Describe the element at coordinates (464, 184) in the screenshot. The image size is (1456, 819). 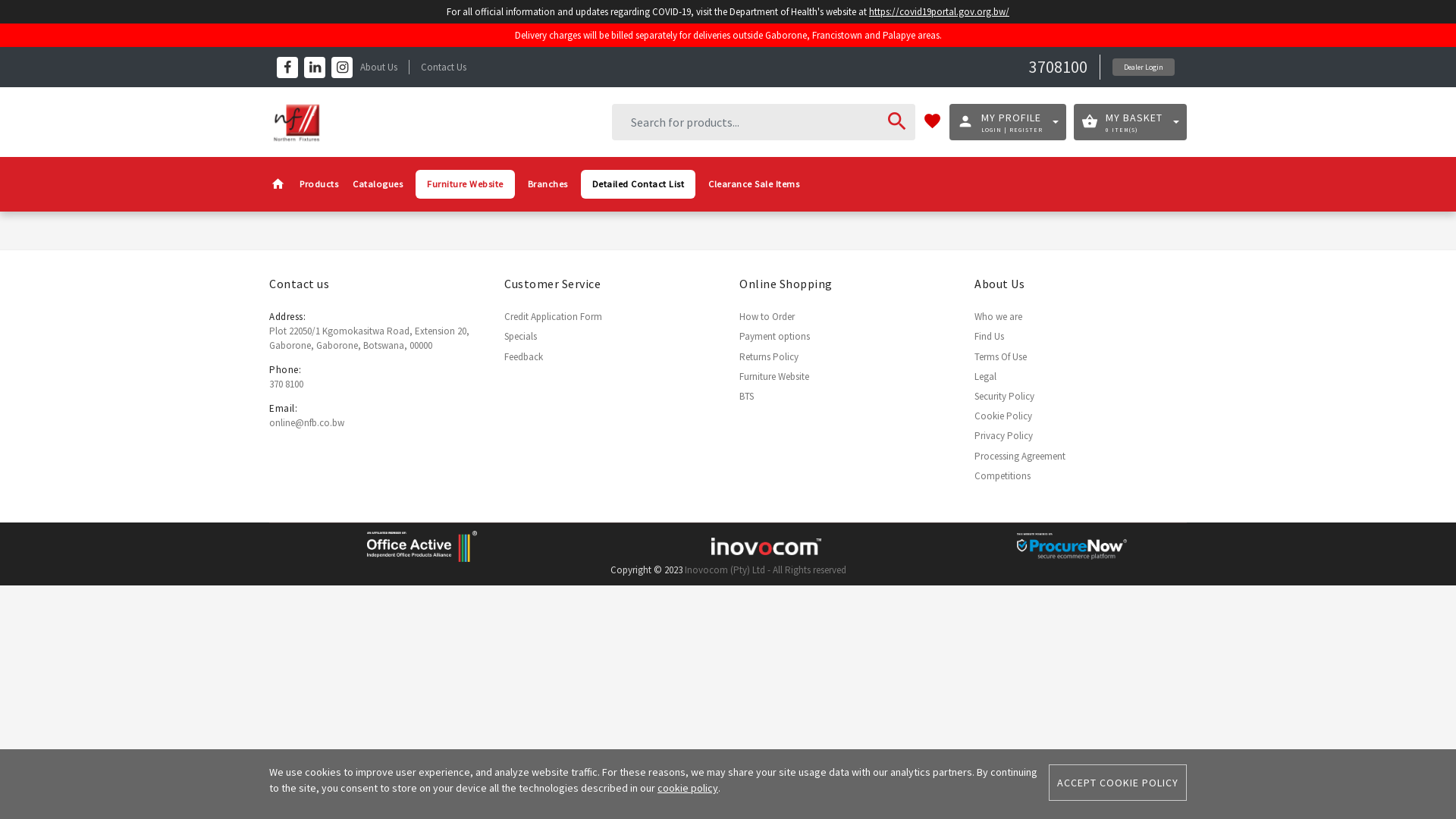
I see `'Furniture Website'` at that location.